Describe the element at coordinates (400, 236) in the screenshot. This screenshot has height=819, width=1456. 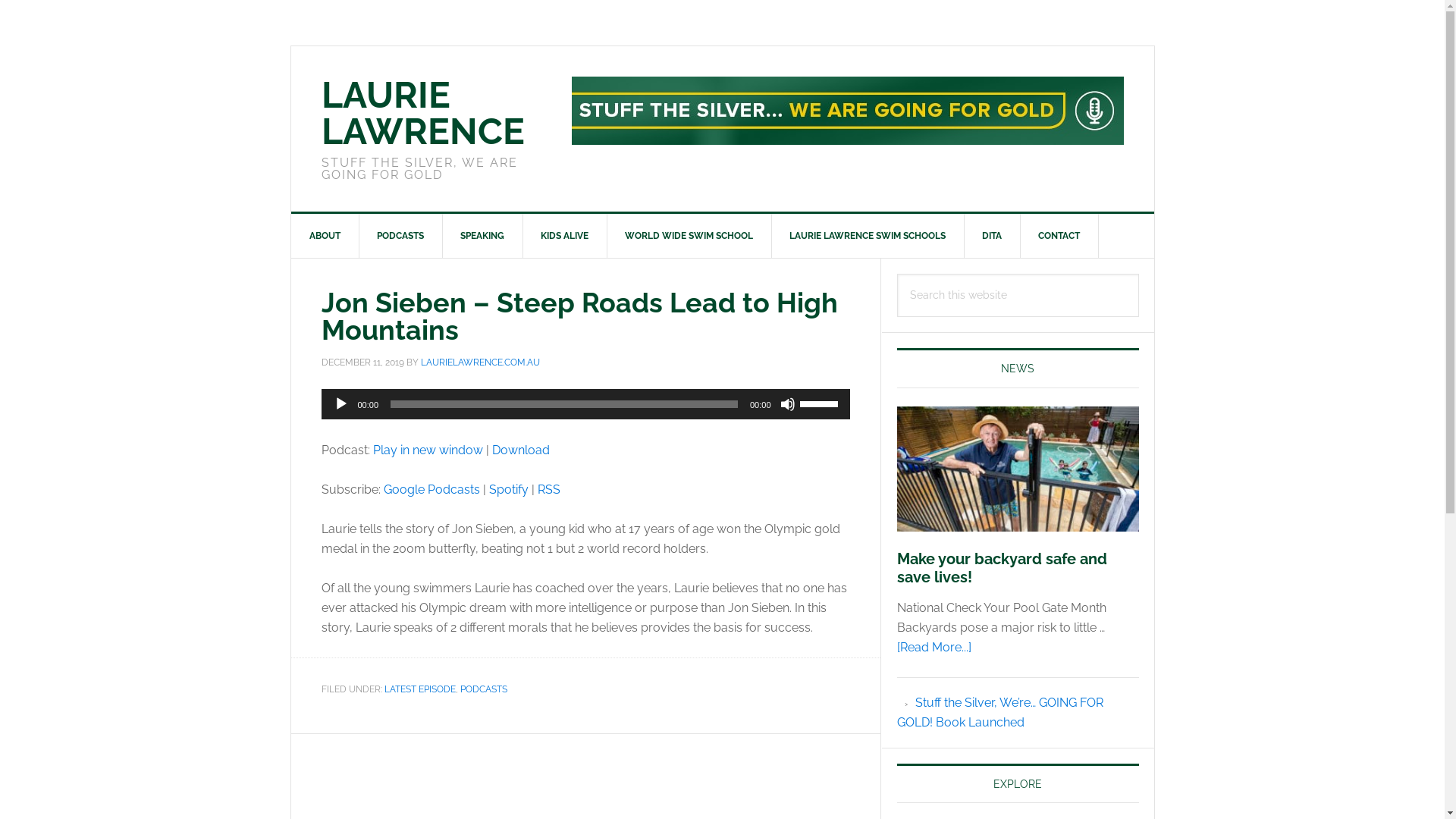
I see `'PODCASTS'` at that location.